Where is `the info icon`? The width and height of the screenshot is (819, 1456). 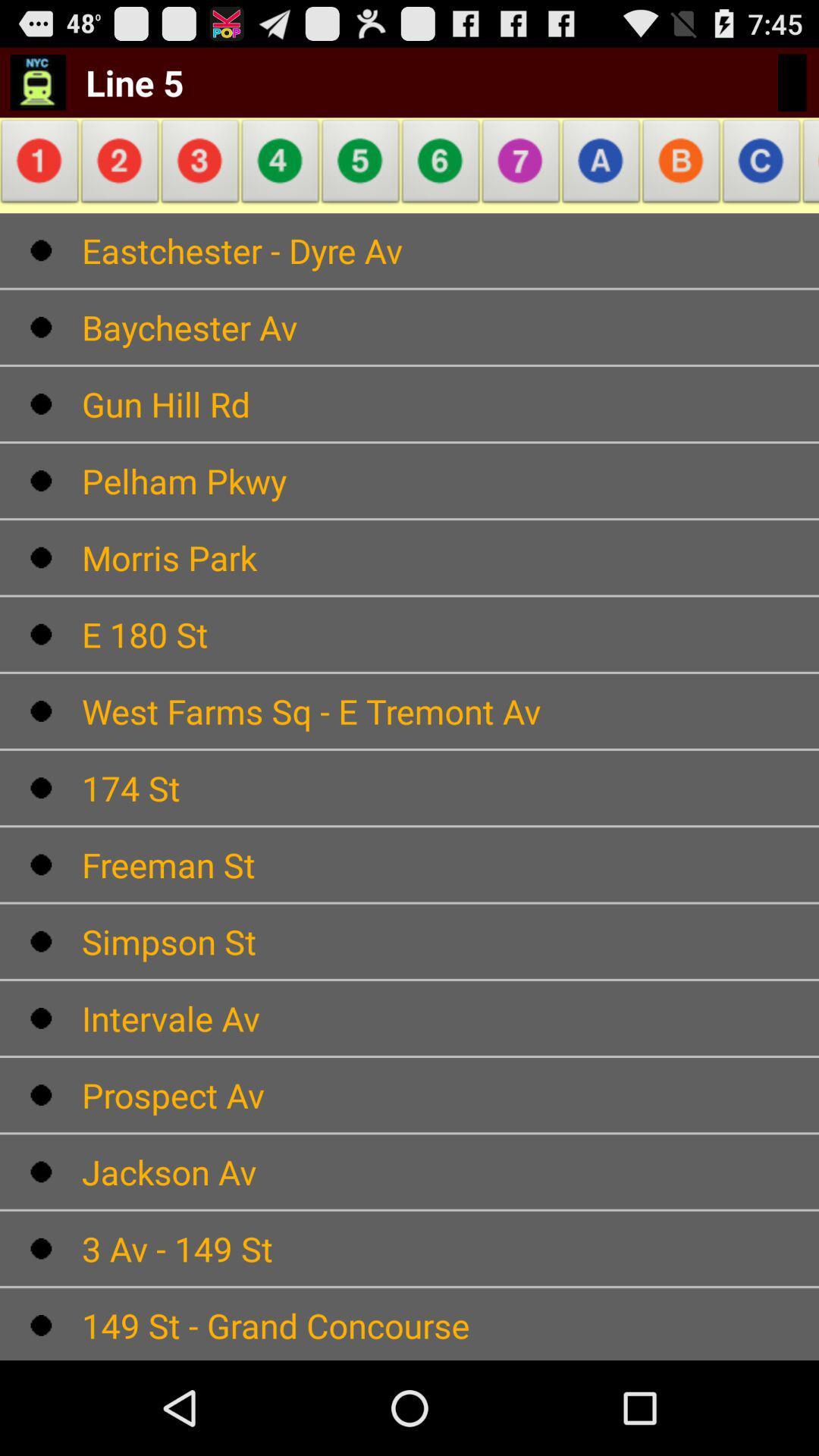
the info icon is located at coordinates (42, 177).